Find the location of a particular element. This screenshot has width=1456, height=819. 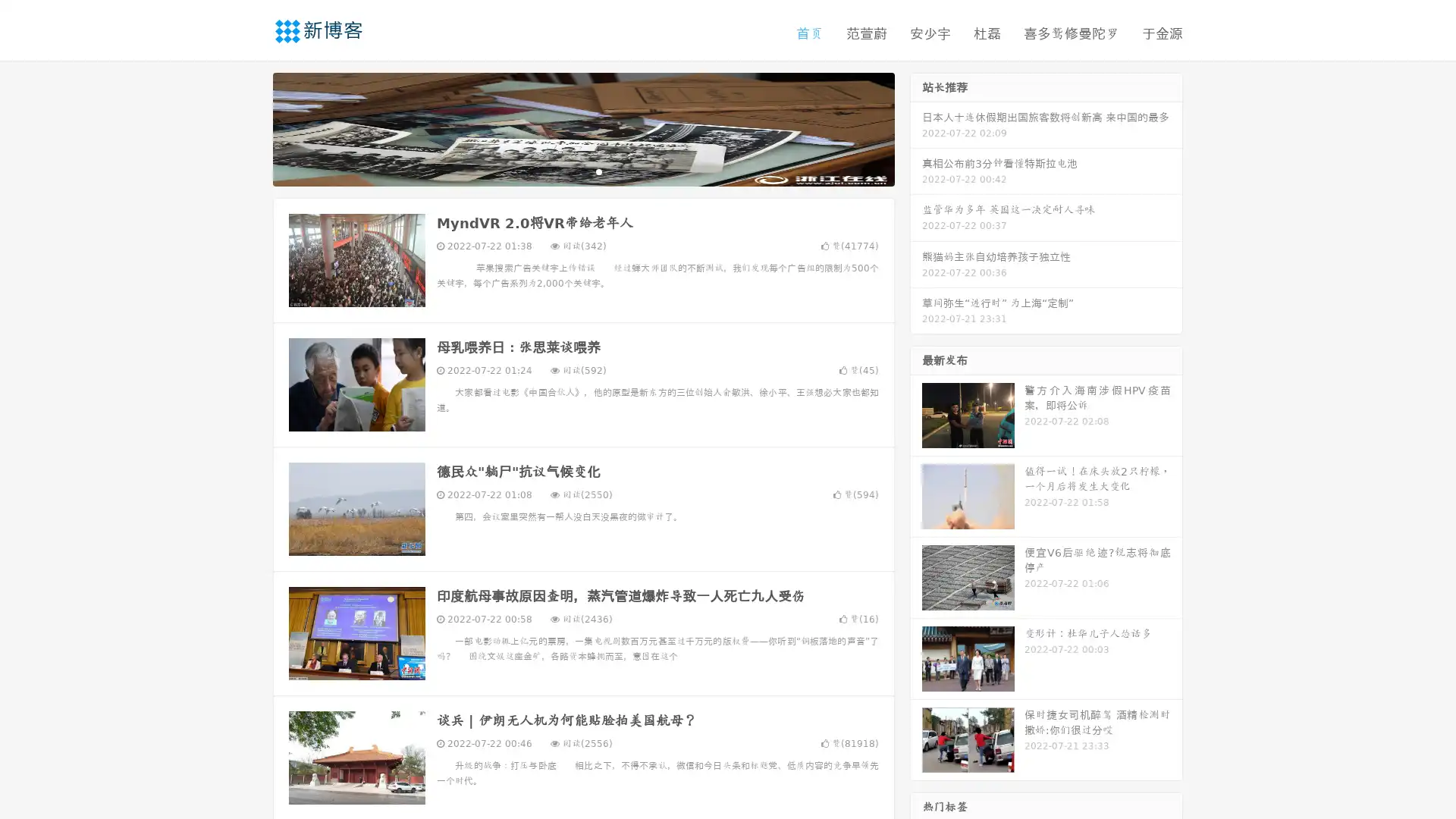

Go to slide 3 is located at coordinates (598, 171).